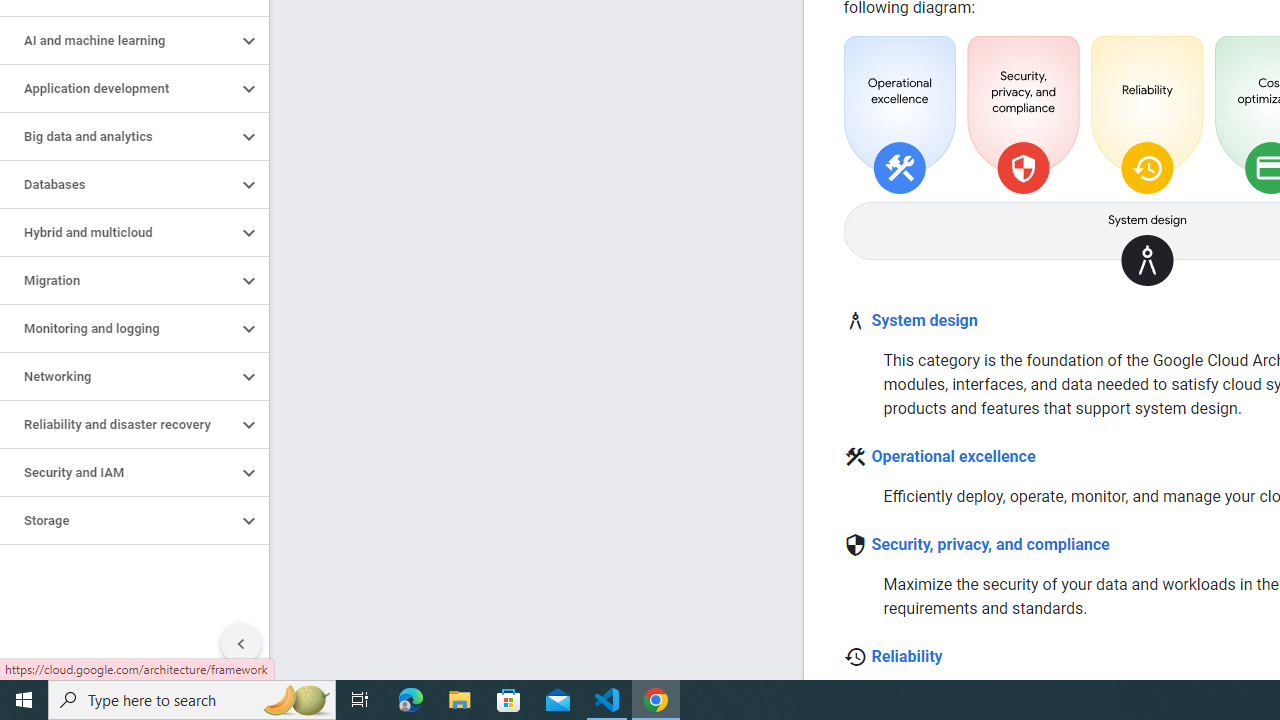  What do you see at coordinates (117, 185) in the screenshot?
I see `'Databases'` at bounding box center [117, 185].